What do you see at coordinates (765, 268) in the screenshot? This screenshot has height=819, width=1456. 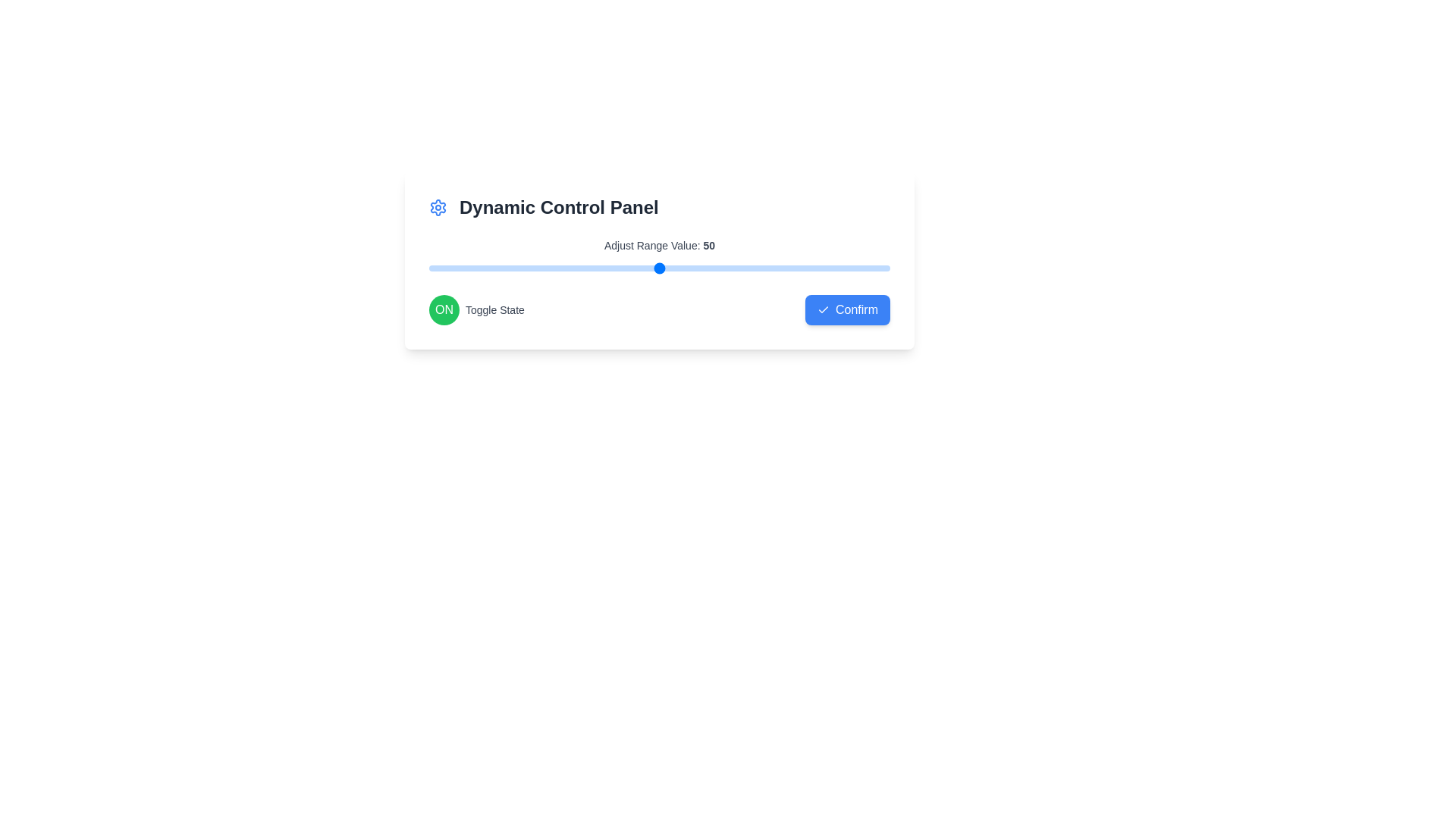 I see `the range value` at bounding box center [765, 268].